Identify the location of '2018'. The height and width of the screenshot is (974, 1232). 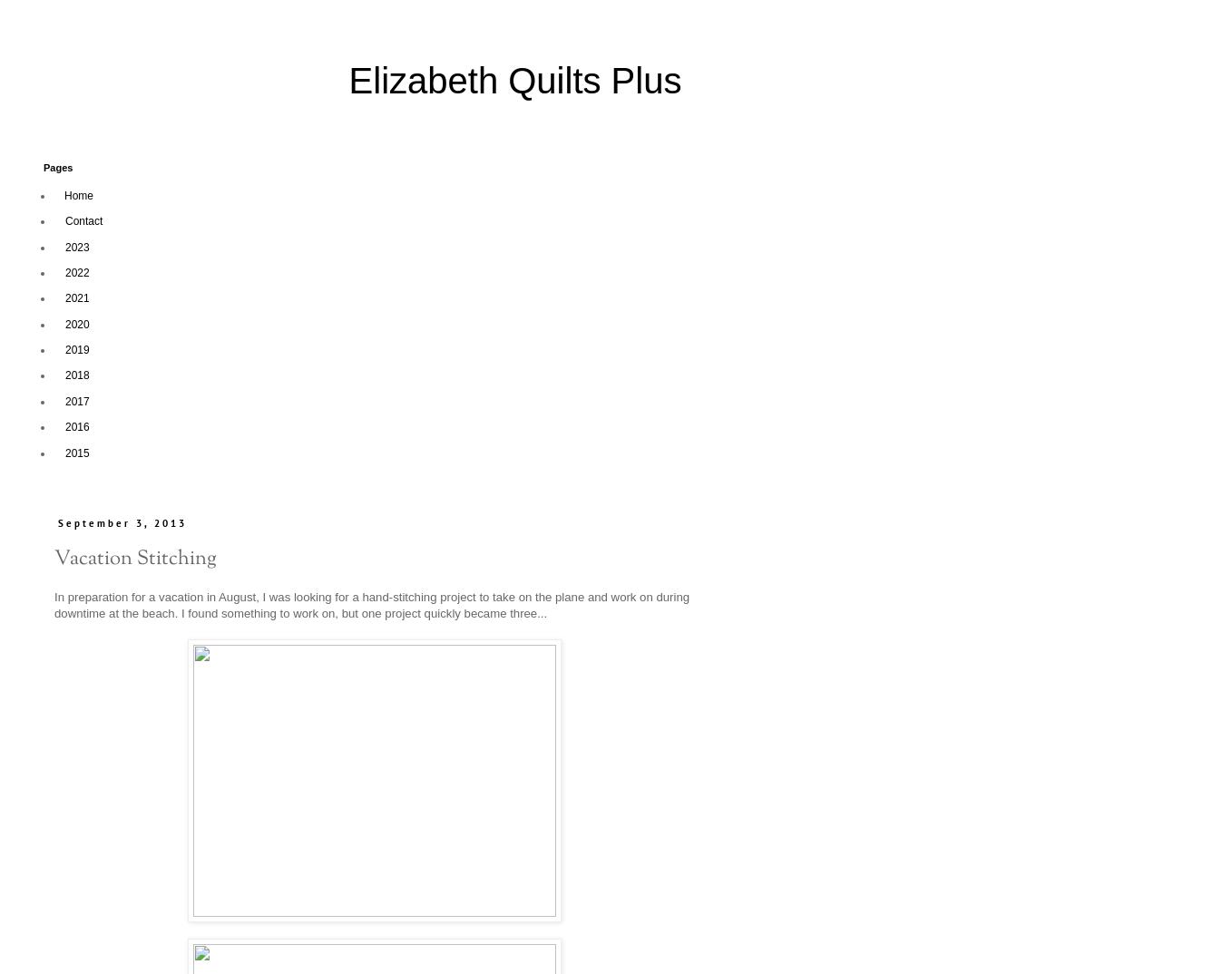
(77, 375).